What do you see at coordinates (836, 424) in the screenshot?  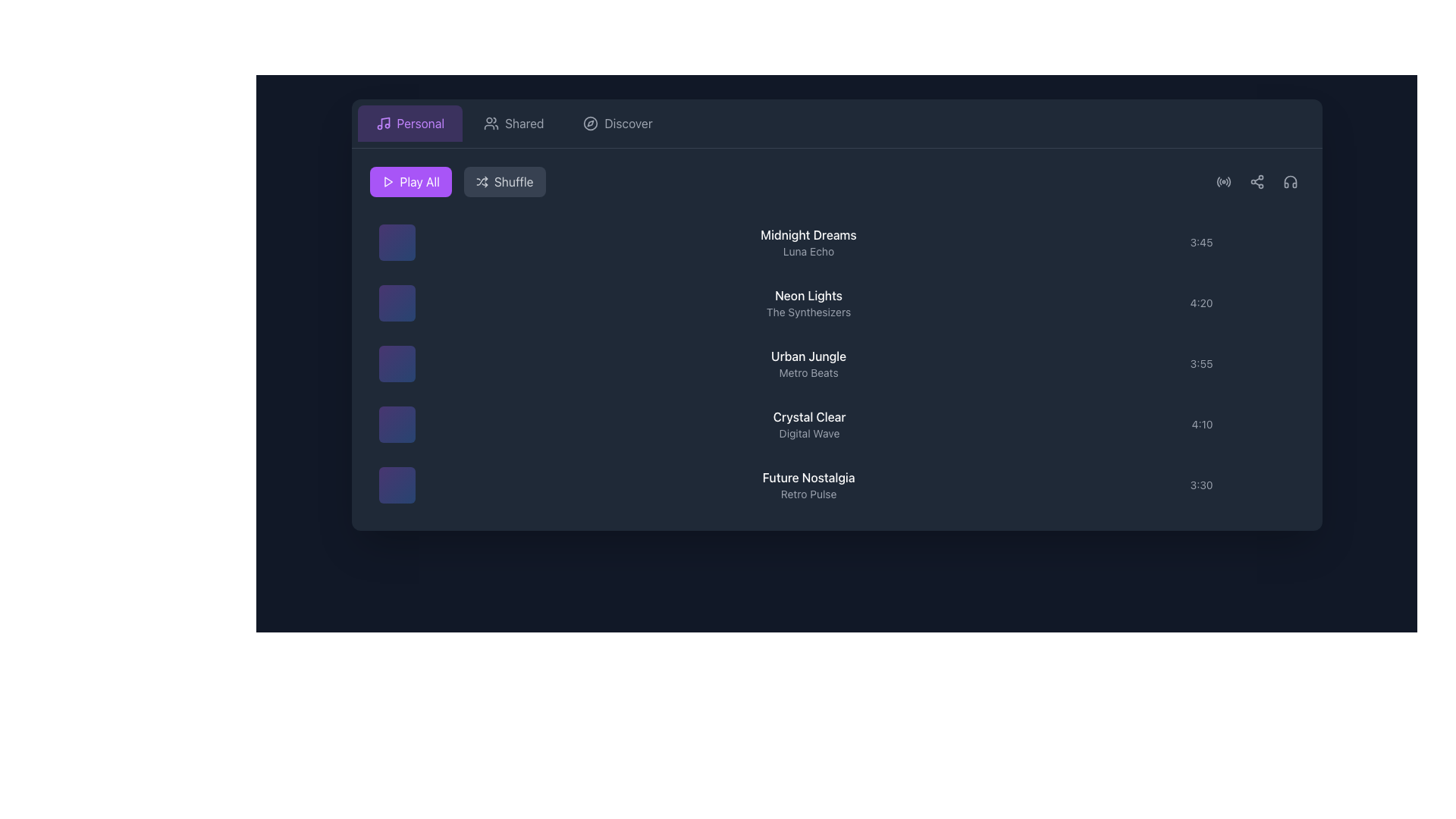 I see `the fourth item in the music list labeled 'Crystal Clear'` at bounding box center [836, 424].